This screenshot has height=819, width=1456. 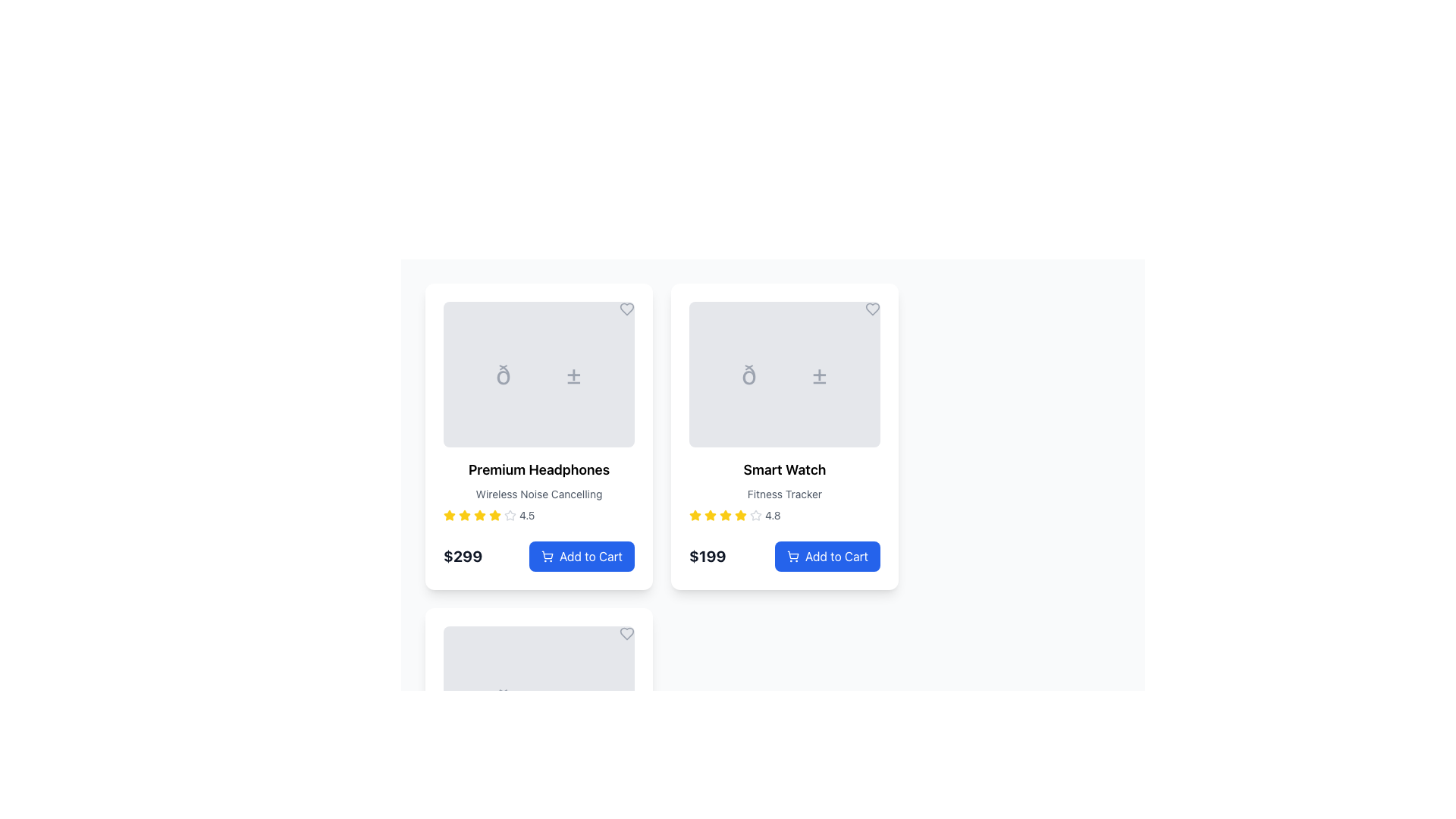 I want to click on the 'Smart Watch' product card, which features a white background, a bold title, and an 'Add to Cart' button in blue, so click(x=785, y=436).